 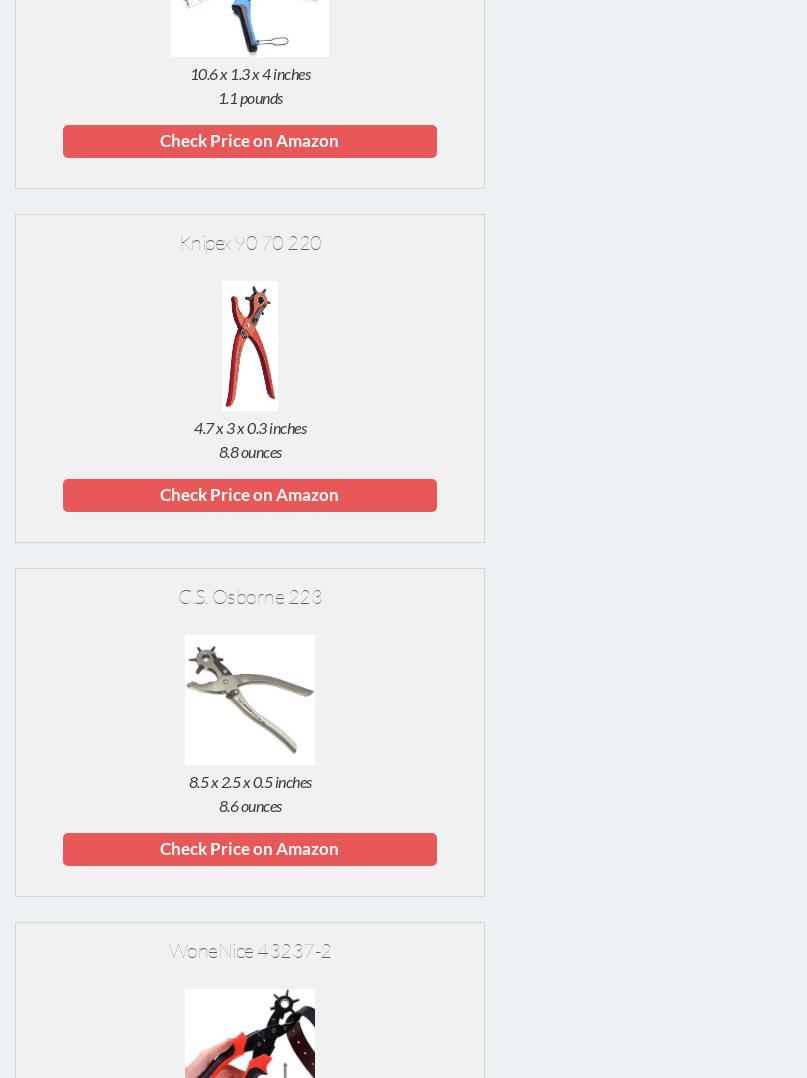 I want to click on '8.5 x 2.5 x 0.5 inches', so click(x=248, y=780).